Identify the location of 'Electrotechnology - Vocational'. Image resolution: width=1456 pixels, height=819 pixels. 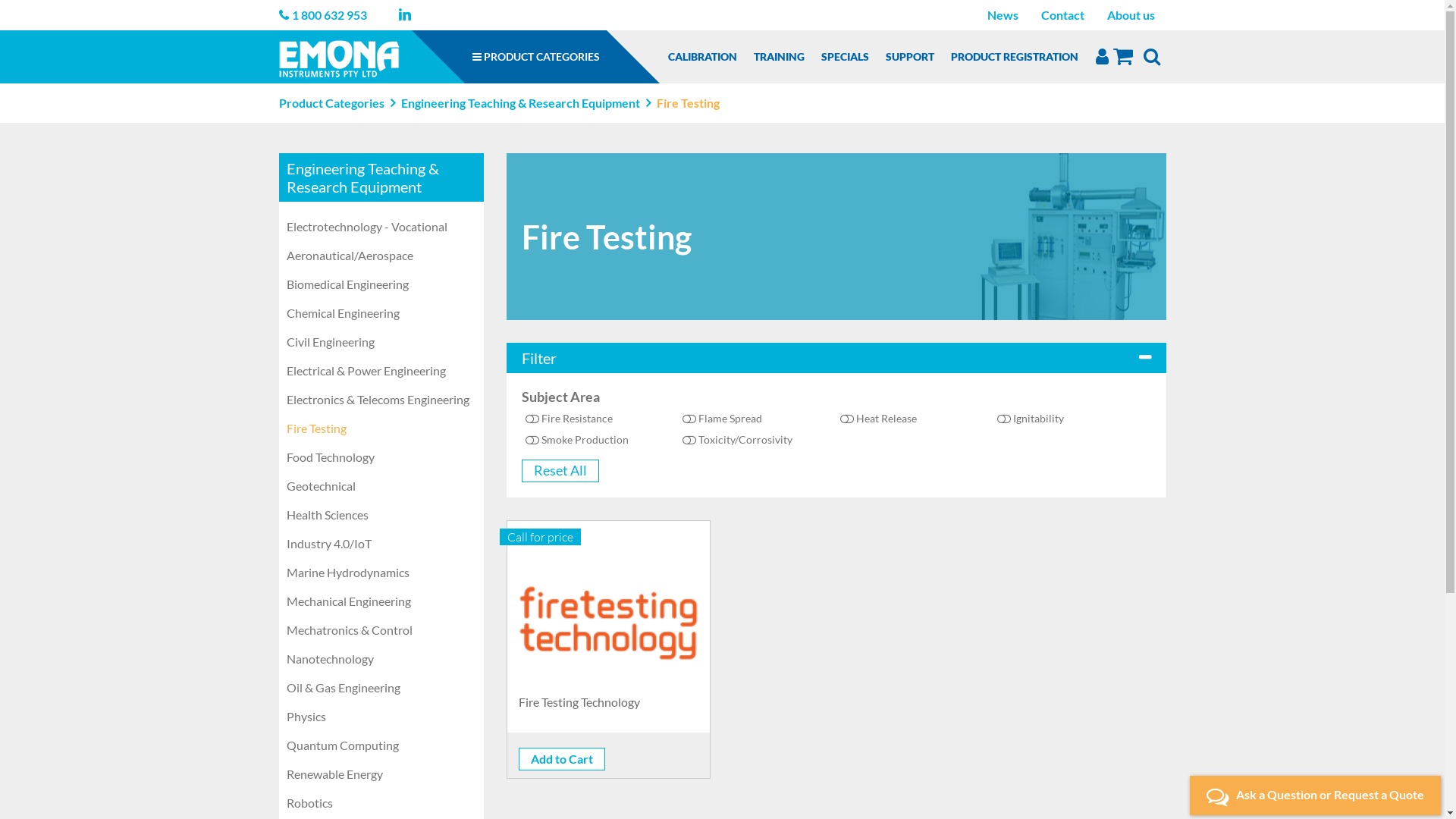
(381, 227).